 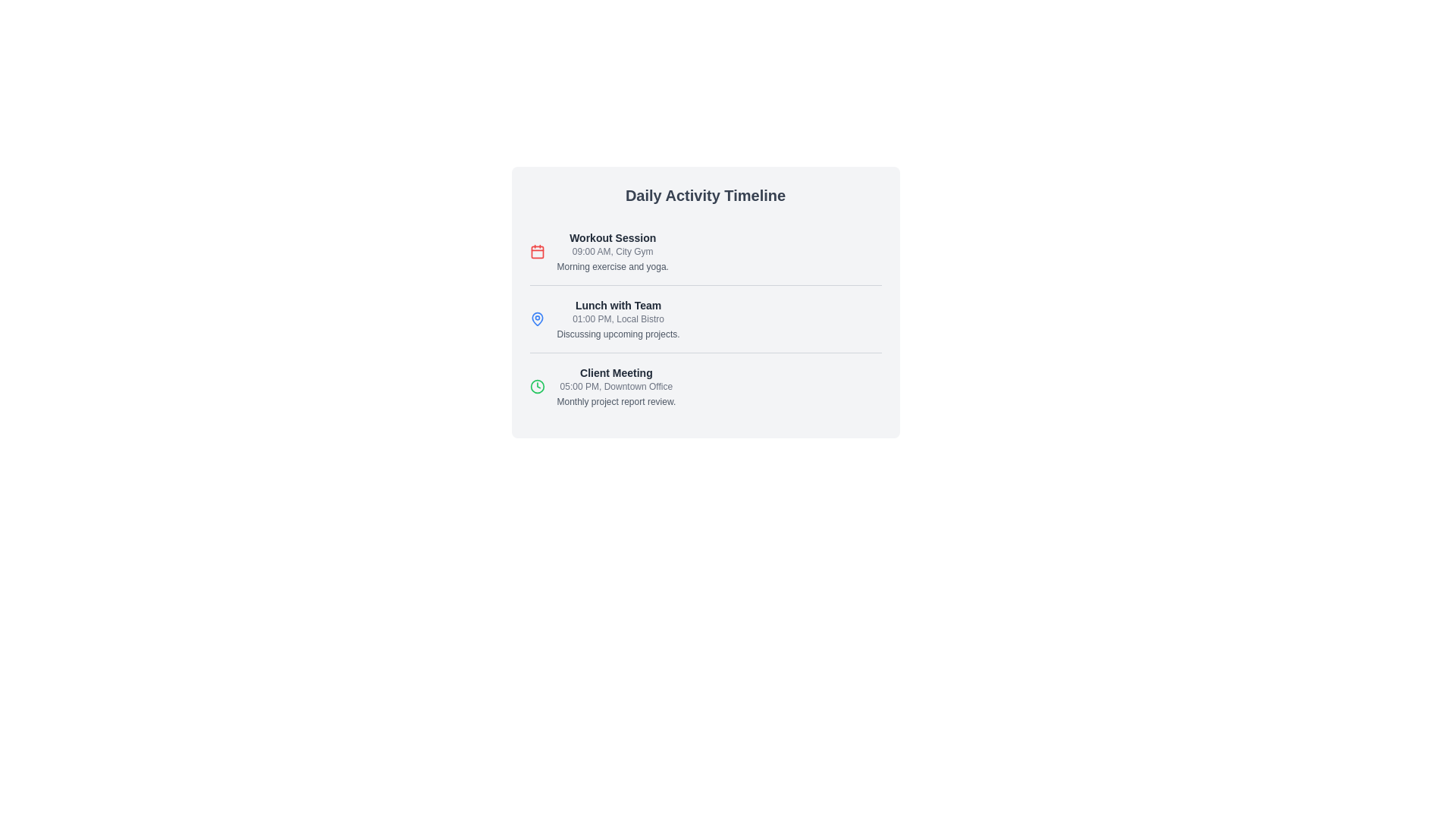 What do you see at coordinates (618, 333) in the screenshot?
I see `the Text Label that provides additional detail about the 'Lunch with Team' schedule entry, positioned below the title and subtitle` at bounding box center [618, 333].